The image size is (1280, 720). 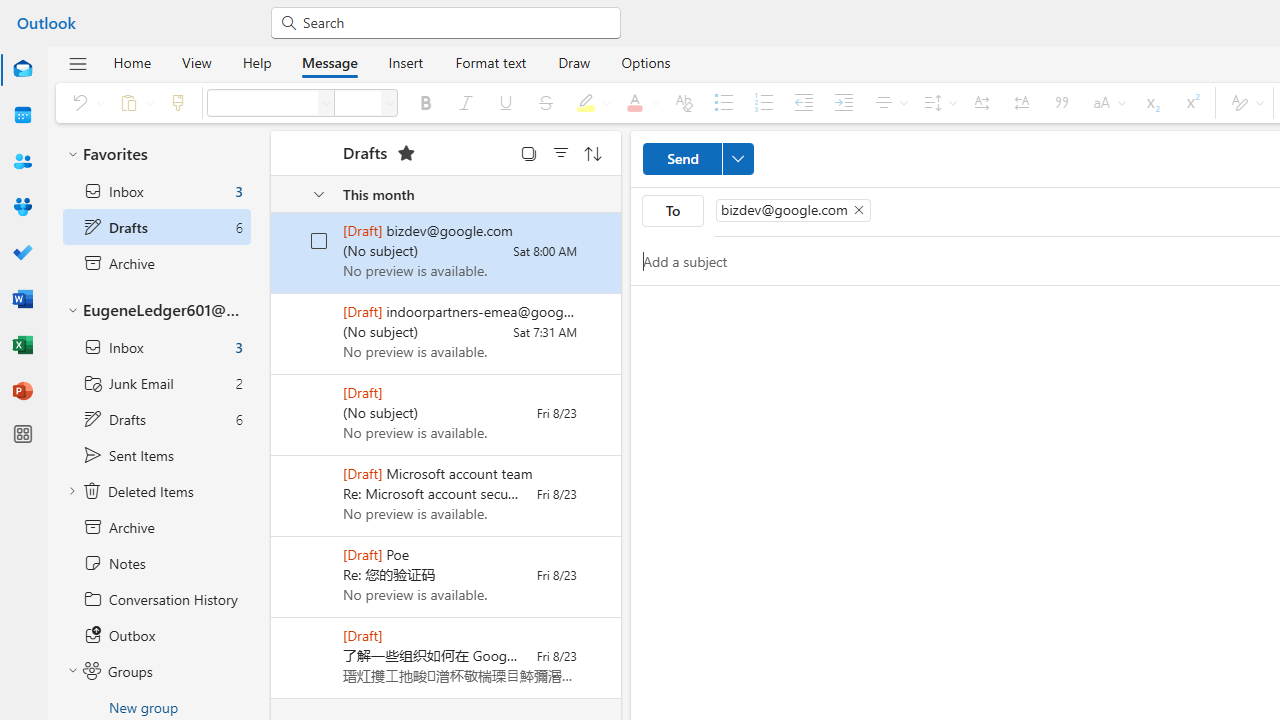 I want to click on 'Junk Email 2 items', so click(x=155, y=383).